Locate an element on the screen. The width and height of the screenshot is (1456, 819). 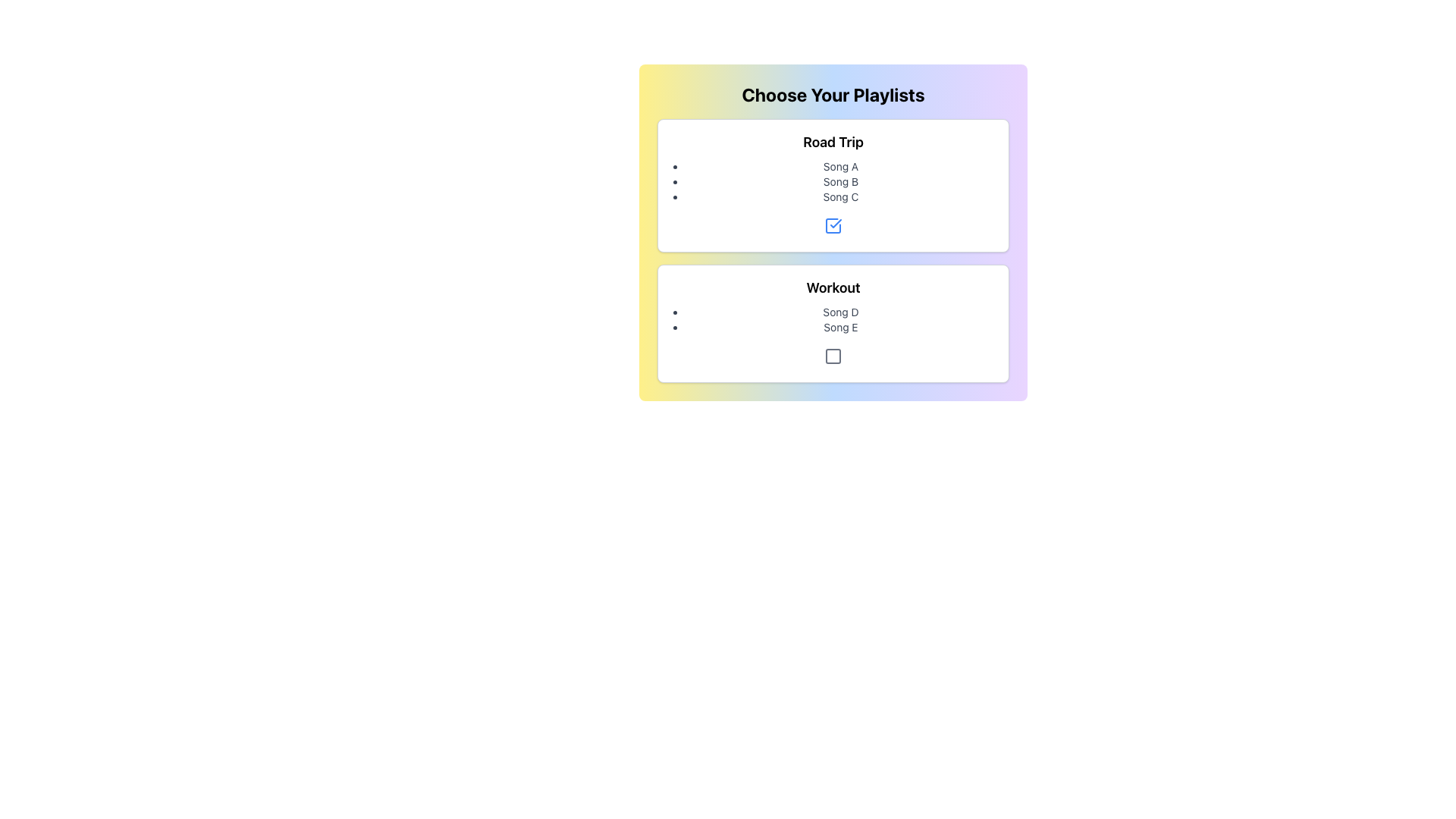
the label/text displaying 'Song E', which is the second item in the list under the 'Workout' section is located at coordinates (839, 327).